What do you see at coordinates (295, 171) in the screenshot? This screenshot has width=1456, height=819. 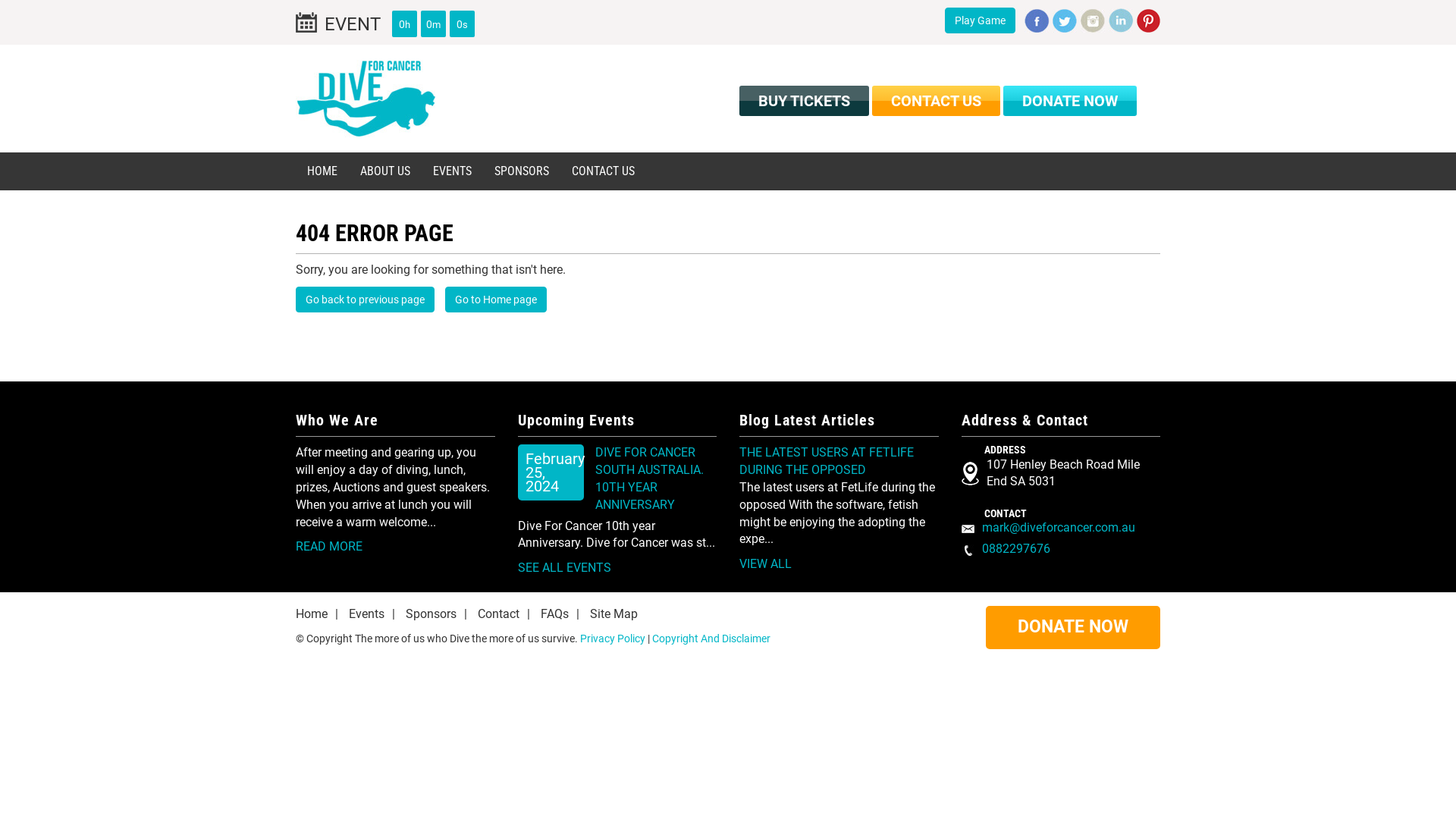 I see `'HOME'` at bounding box center [295, 171].